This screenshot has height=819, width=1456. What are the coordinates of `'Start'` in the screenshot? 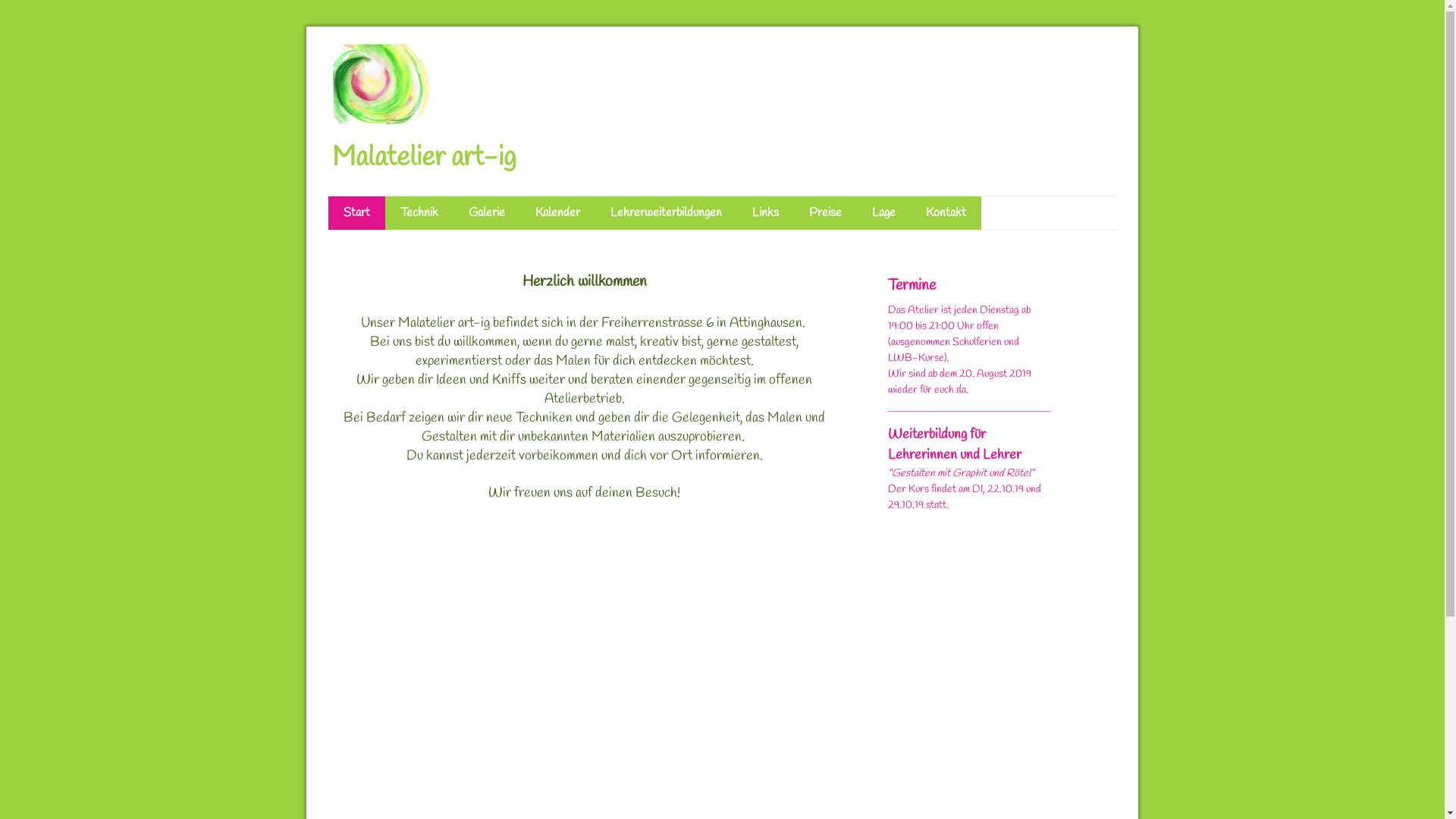 It's located at (355, 213).